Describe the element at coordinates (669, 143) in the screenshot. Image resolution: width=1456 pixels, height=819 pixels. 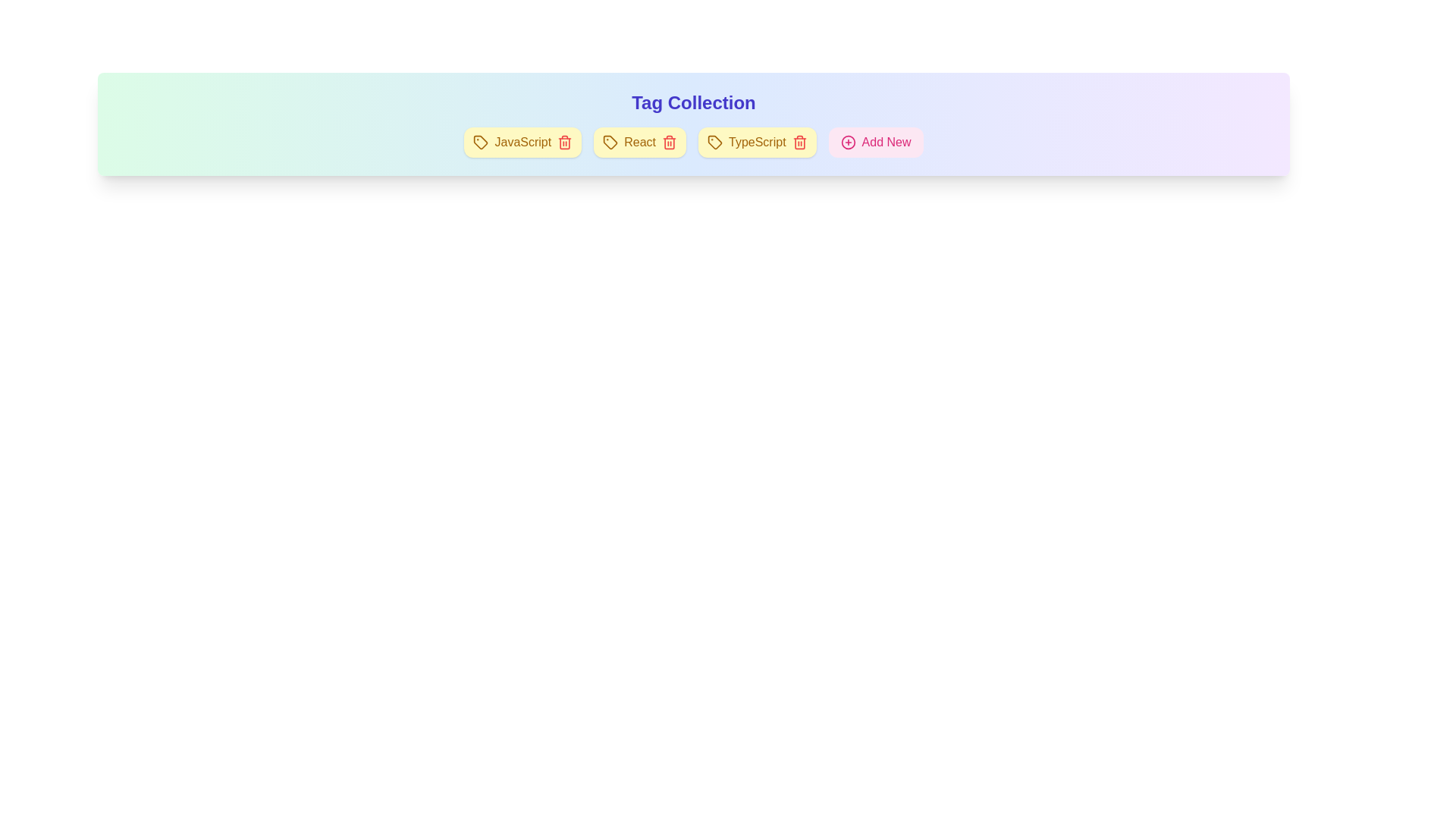
I see `the small red trash can icon button located in the 'React' tag to observe the styling change due to the hover effect` at that location.